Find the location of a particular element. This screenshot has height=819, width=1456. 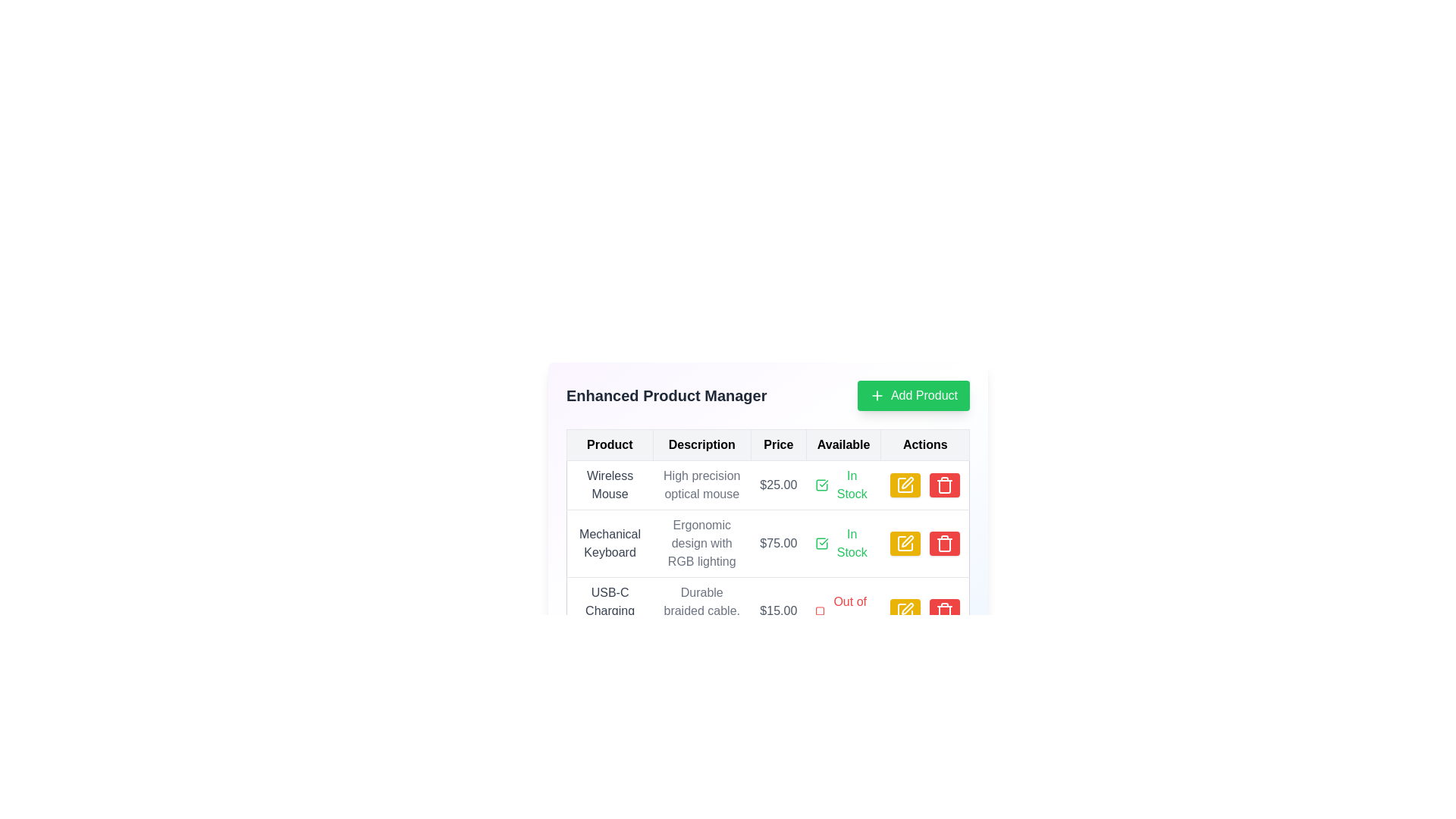

the Status indicator in the 'Available' column of the second row of the product table, which shows that the product is currently in stock is located at coordinates (843, 543).